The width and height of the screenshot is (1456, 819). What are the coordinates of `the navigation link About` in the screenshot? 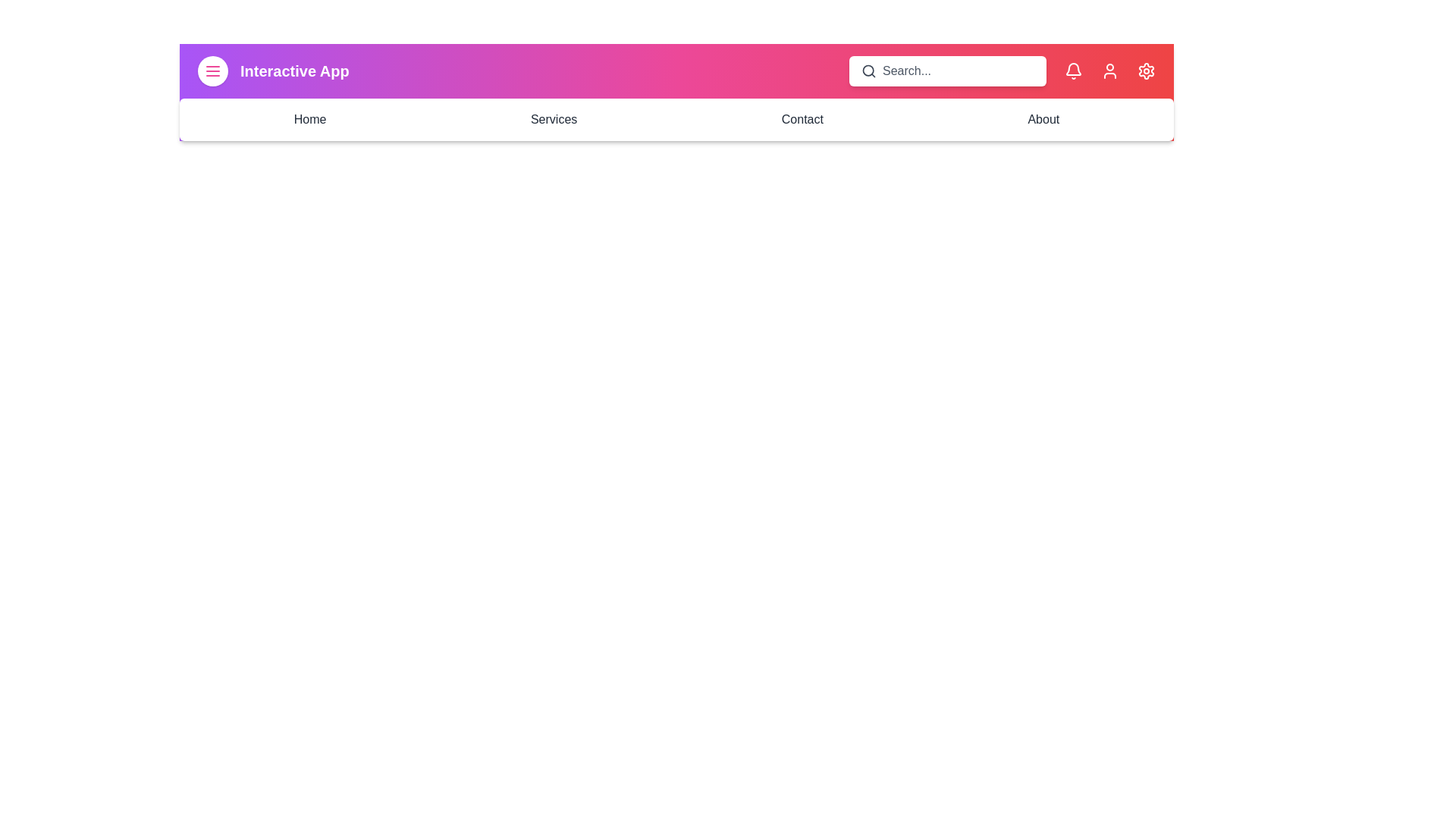 It's located at (1043, 119).